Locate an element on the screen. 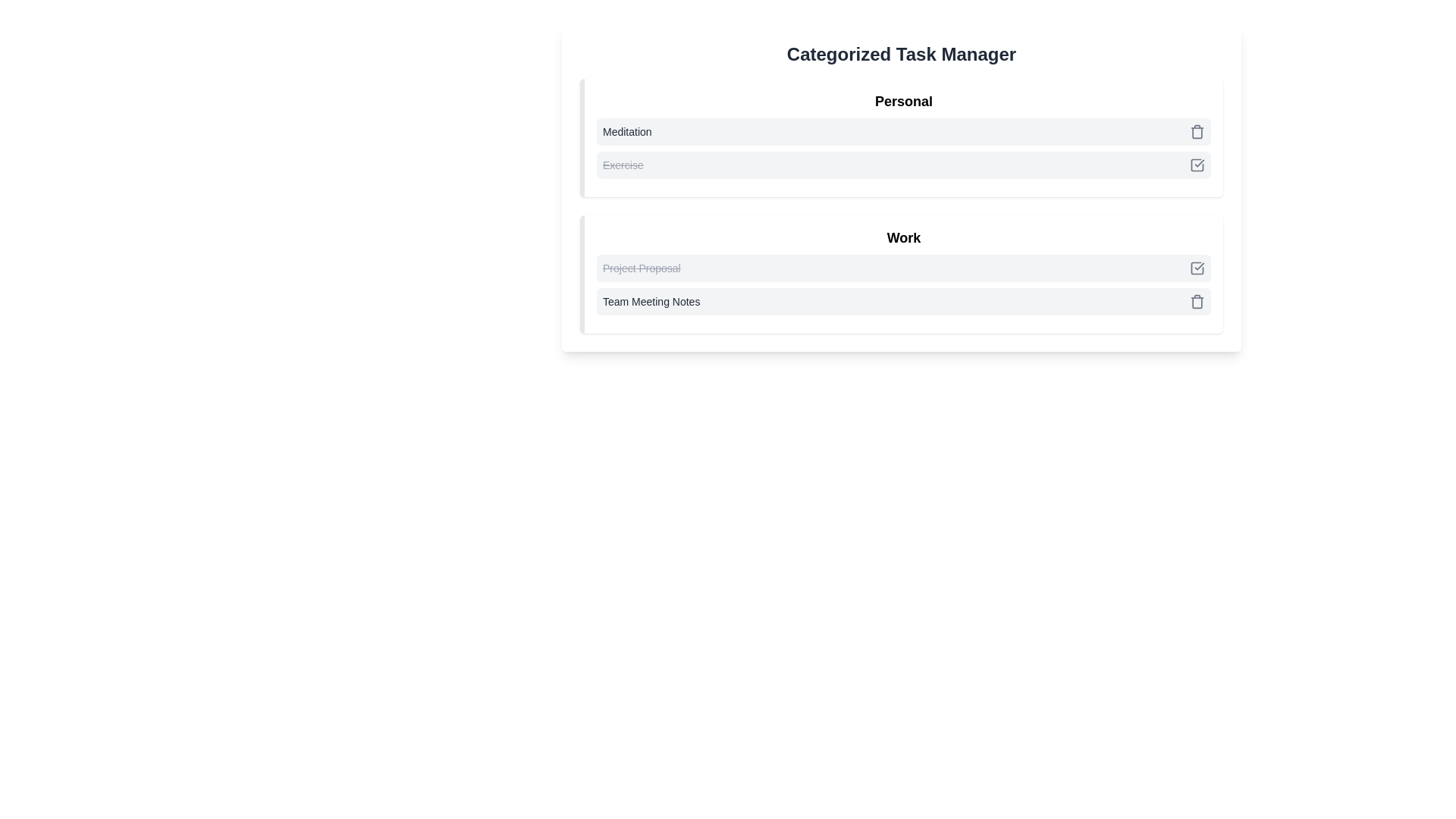 This screenshot has width=1456, height=819. the small gray square button with a checkmark inside it, located at the far right of the 'Exercise' row in the 'Personal' section, to observe the styling change is located at coordinates (1197, 165).